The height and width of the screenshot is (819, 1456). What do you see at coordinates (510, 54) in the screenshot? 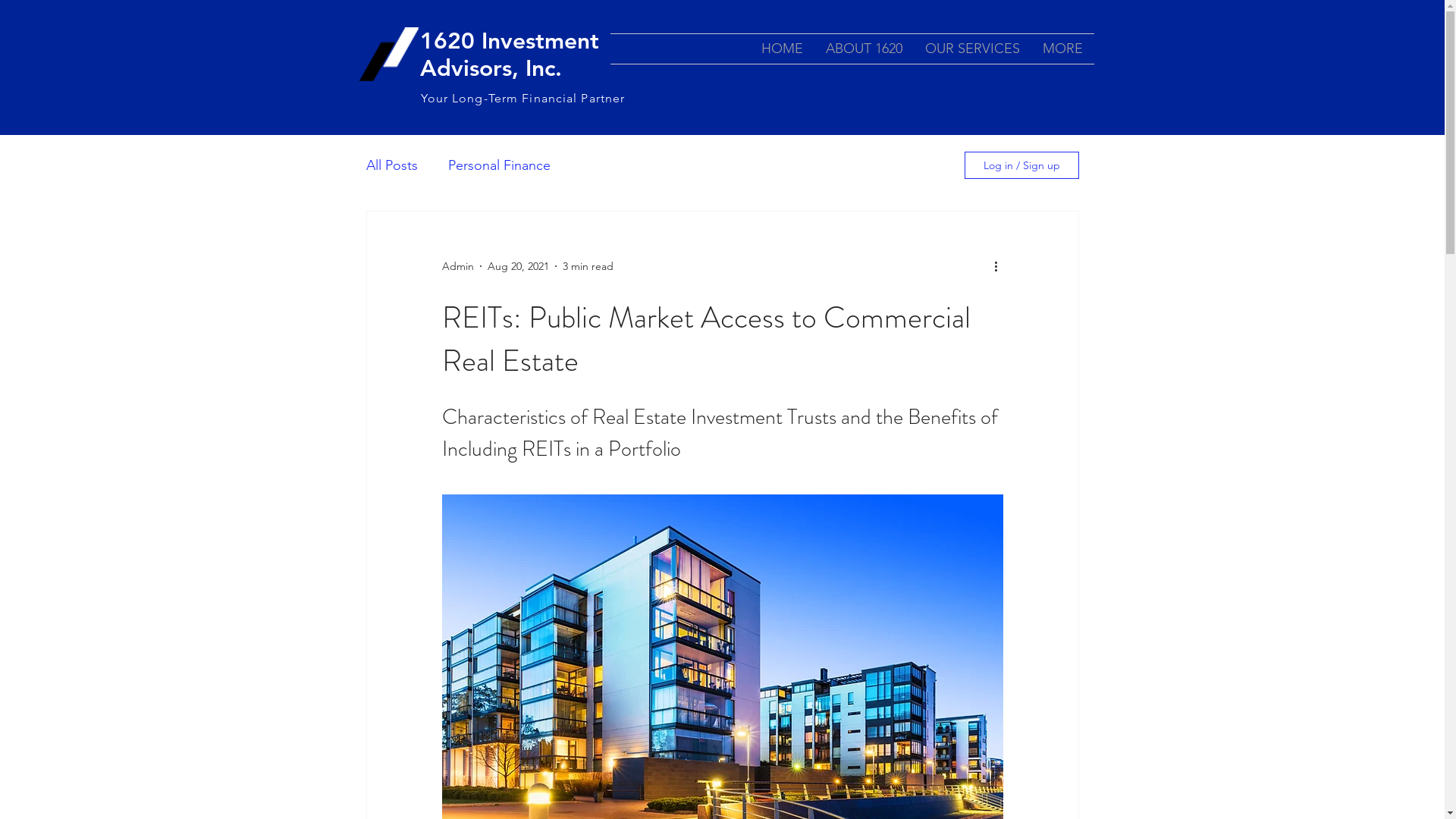
I see `'1620 Investment Advisors, Inc. '` at bounding box center [510, 54].